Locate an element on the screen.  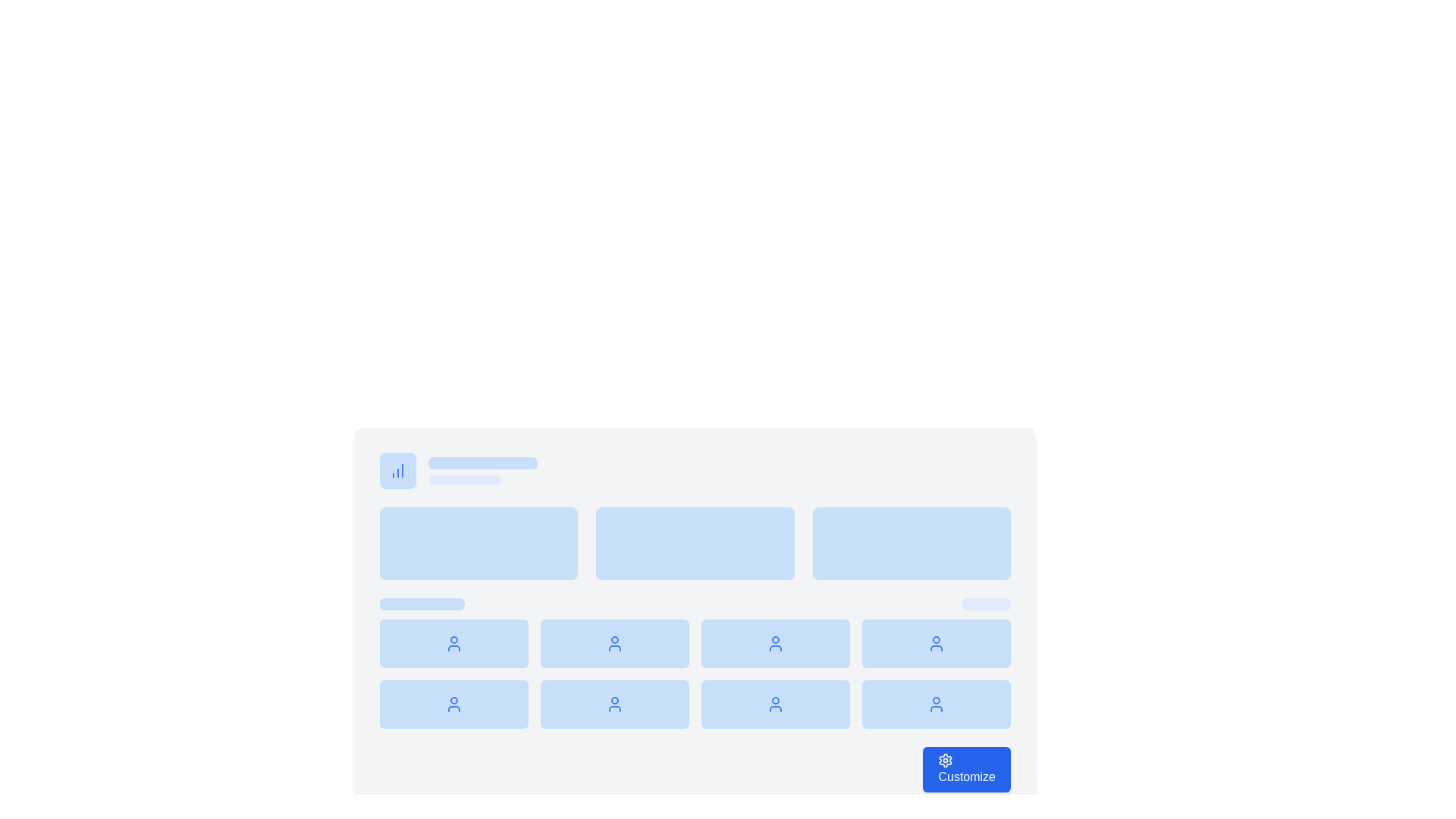
the SVG-based graphical icon that serves as a visual summary or indicator related to data trends or analysis, located in the top-left corner of the interface is located at coordinates (397, 470).